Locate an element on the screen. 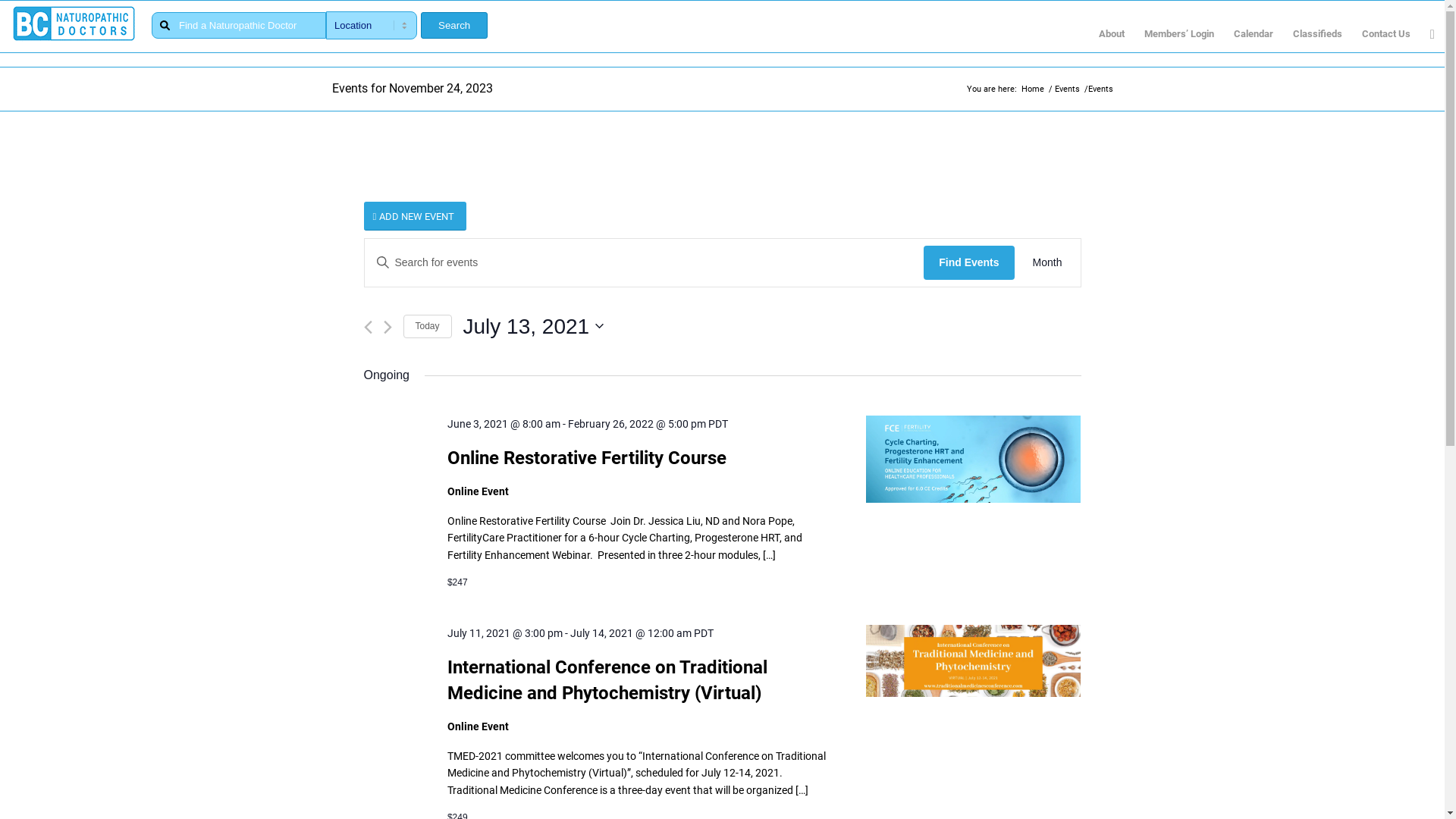  'IMG_2096 (4)' is located at coordinates (973, 458).